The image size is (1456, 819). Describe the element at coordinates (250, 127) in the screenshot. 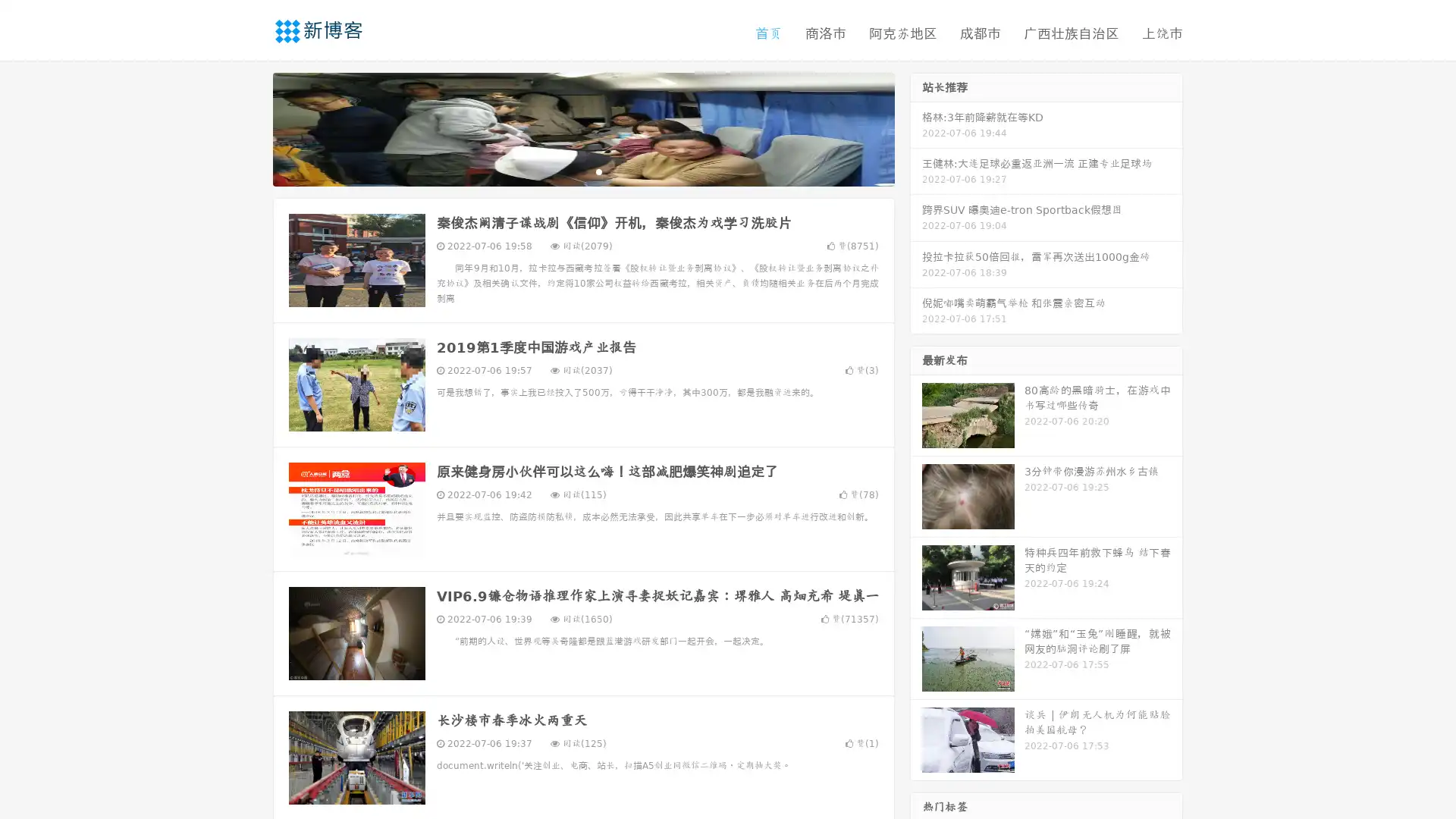

I see `Previous slide` at that location.